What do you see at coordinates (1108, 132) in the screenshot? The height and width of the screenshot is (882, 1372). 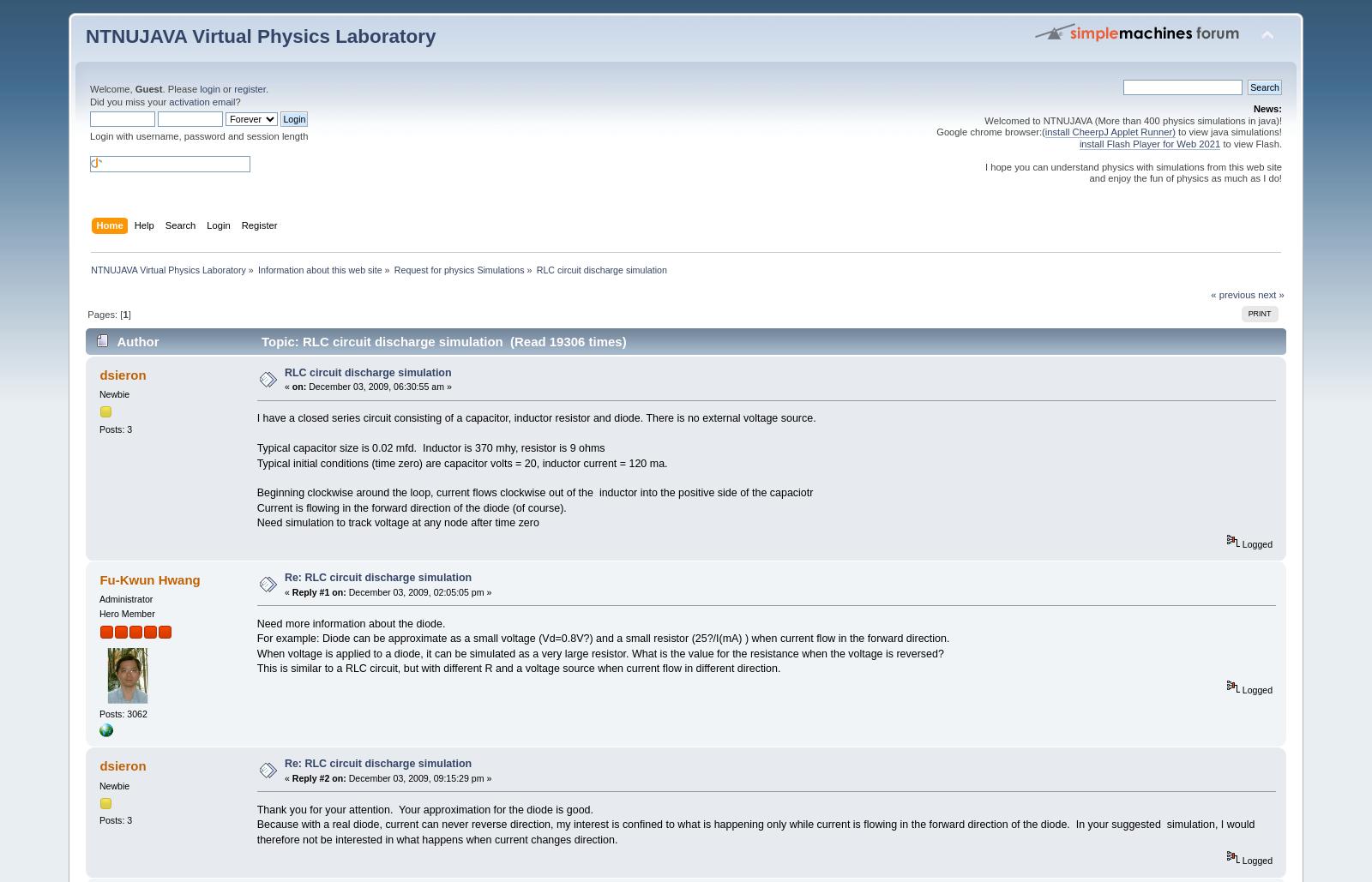 I see `'install CheerpJ Applet Runner)'` at bounding box center [1108, 132].